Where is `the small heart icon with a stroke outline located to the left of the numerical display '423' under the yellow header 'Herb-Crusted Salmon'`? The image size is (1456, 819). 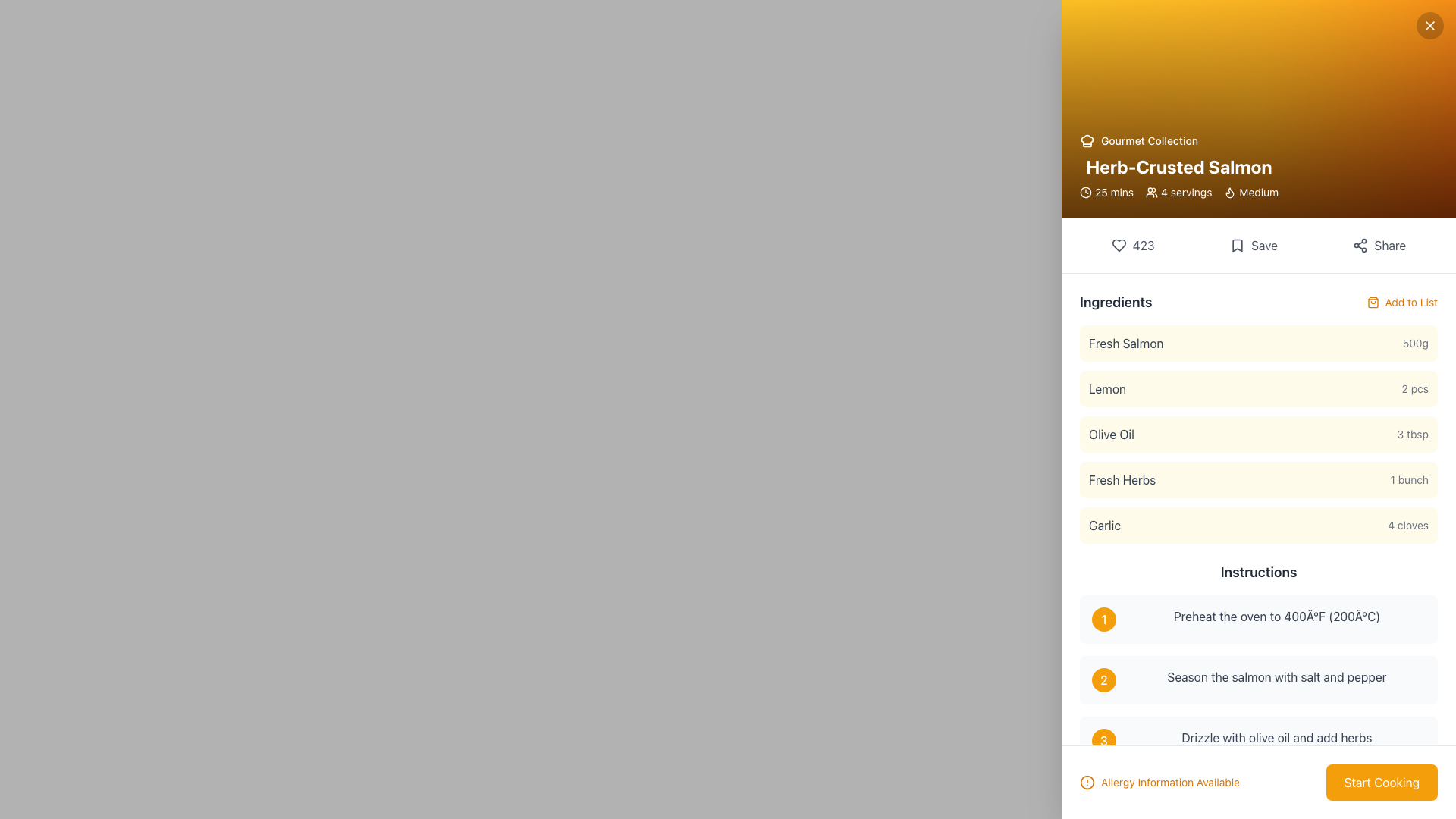 the small heart icon with a stroke outline located to the left of the numerical display '423' under the yellow header 'Herb-Crusted Salmon' is located at coordinates (1119, 245).